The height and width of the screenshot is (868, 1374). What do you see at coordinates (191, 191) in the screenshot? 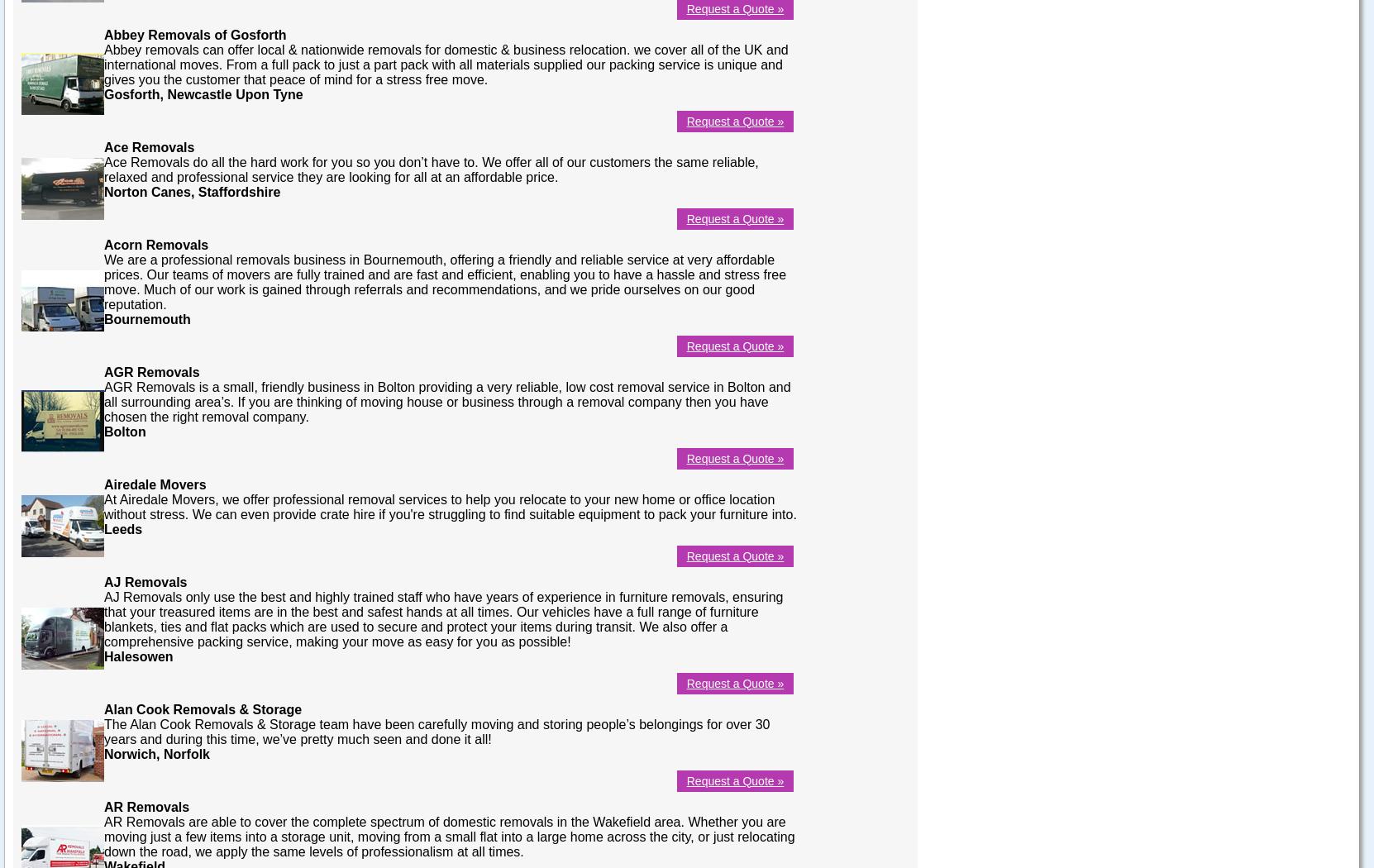
I see `'Norton Canes, Staffordshire'` at bounding box center [191, 191].